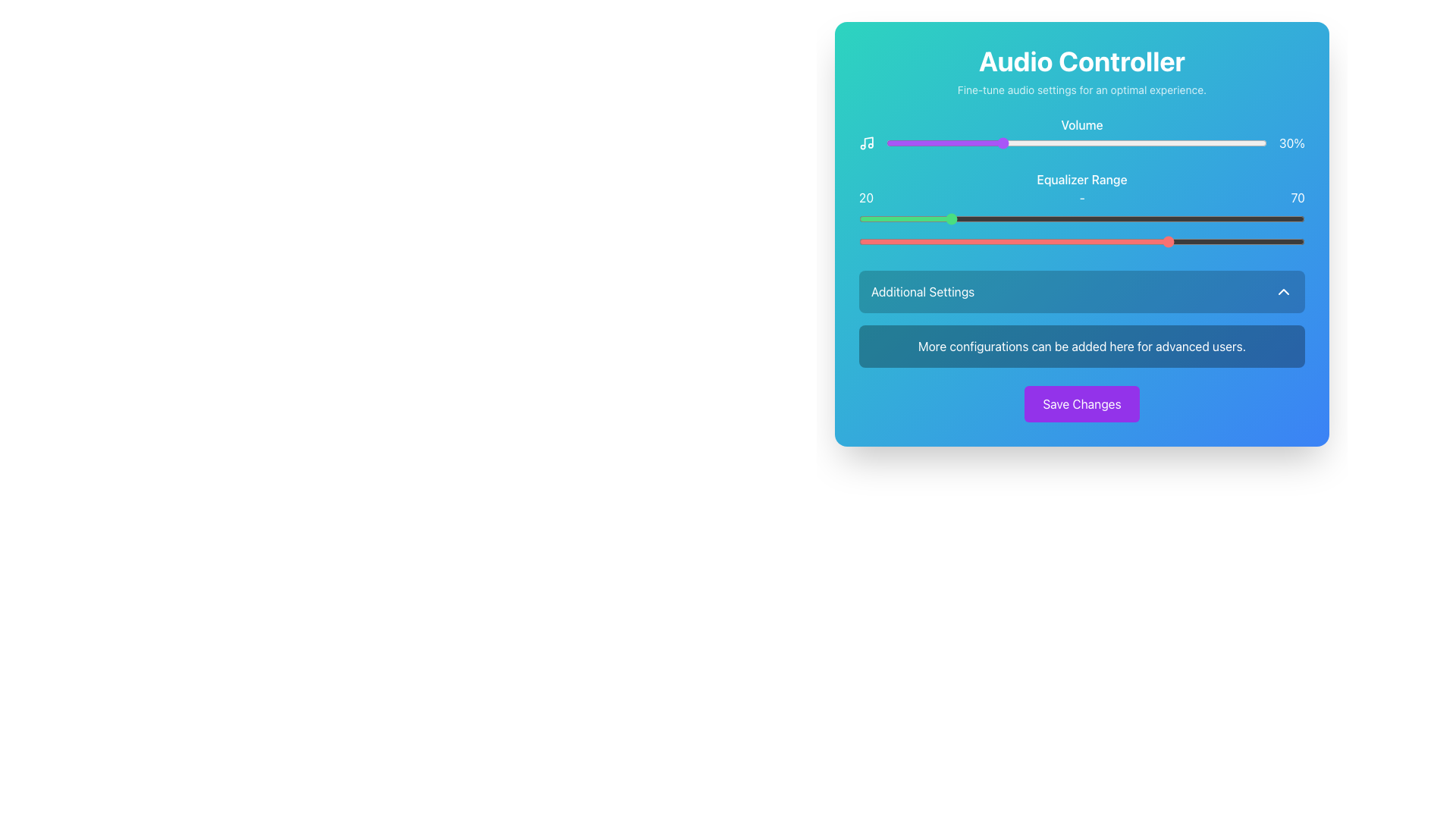 The height and width of the screenshot is (819, 1456). What do you see at coordinates (1251, 241) in the screenshot?
I see `the equalizer range` at bounding box center [1251, 241].